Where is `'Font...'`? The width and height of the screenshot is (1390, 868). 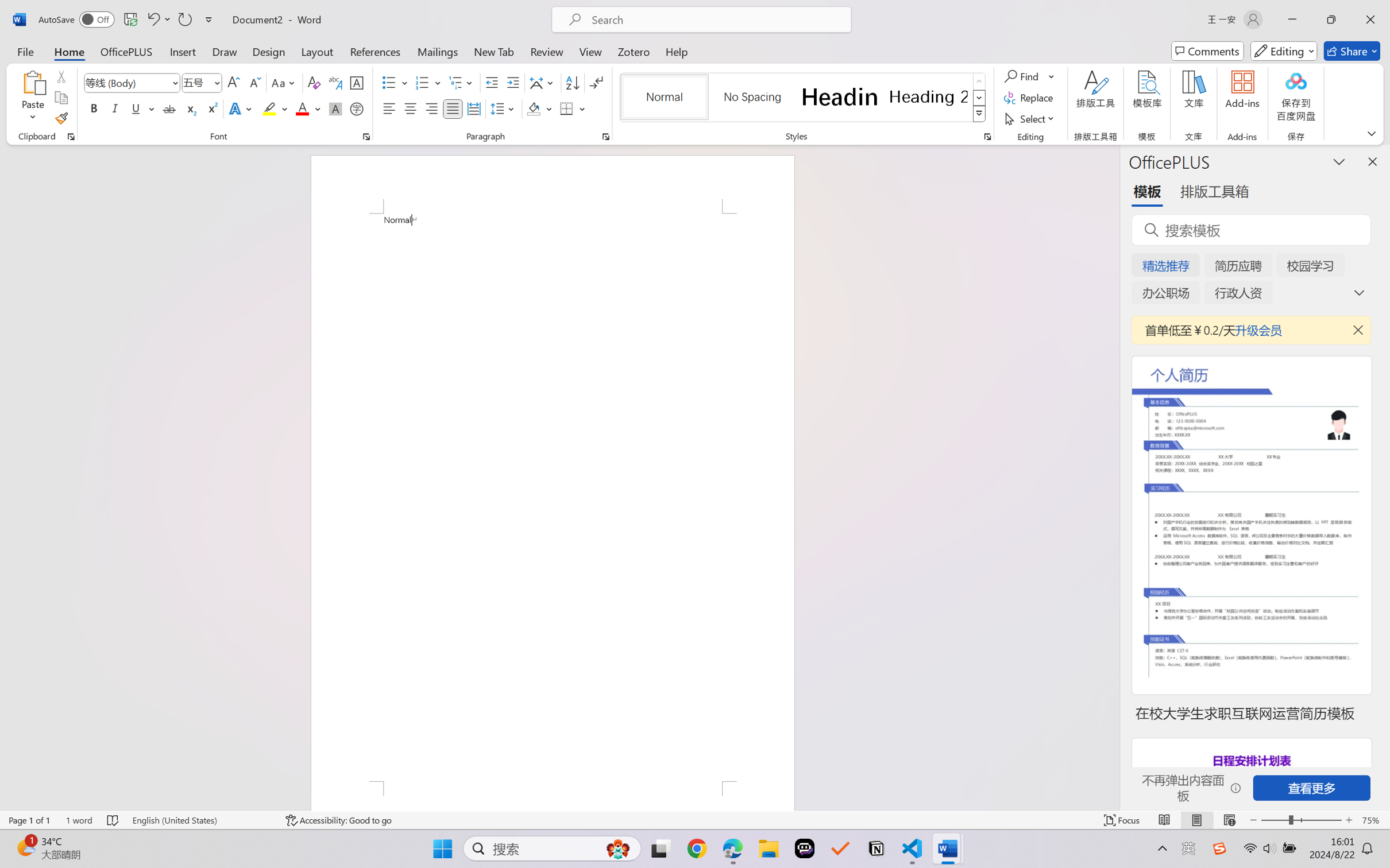
'Font...' is located at coordinates (366, 136).